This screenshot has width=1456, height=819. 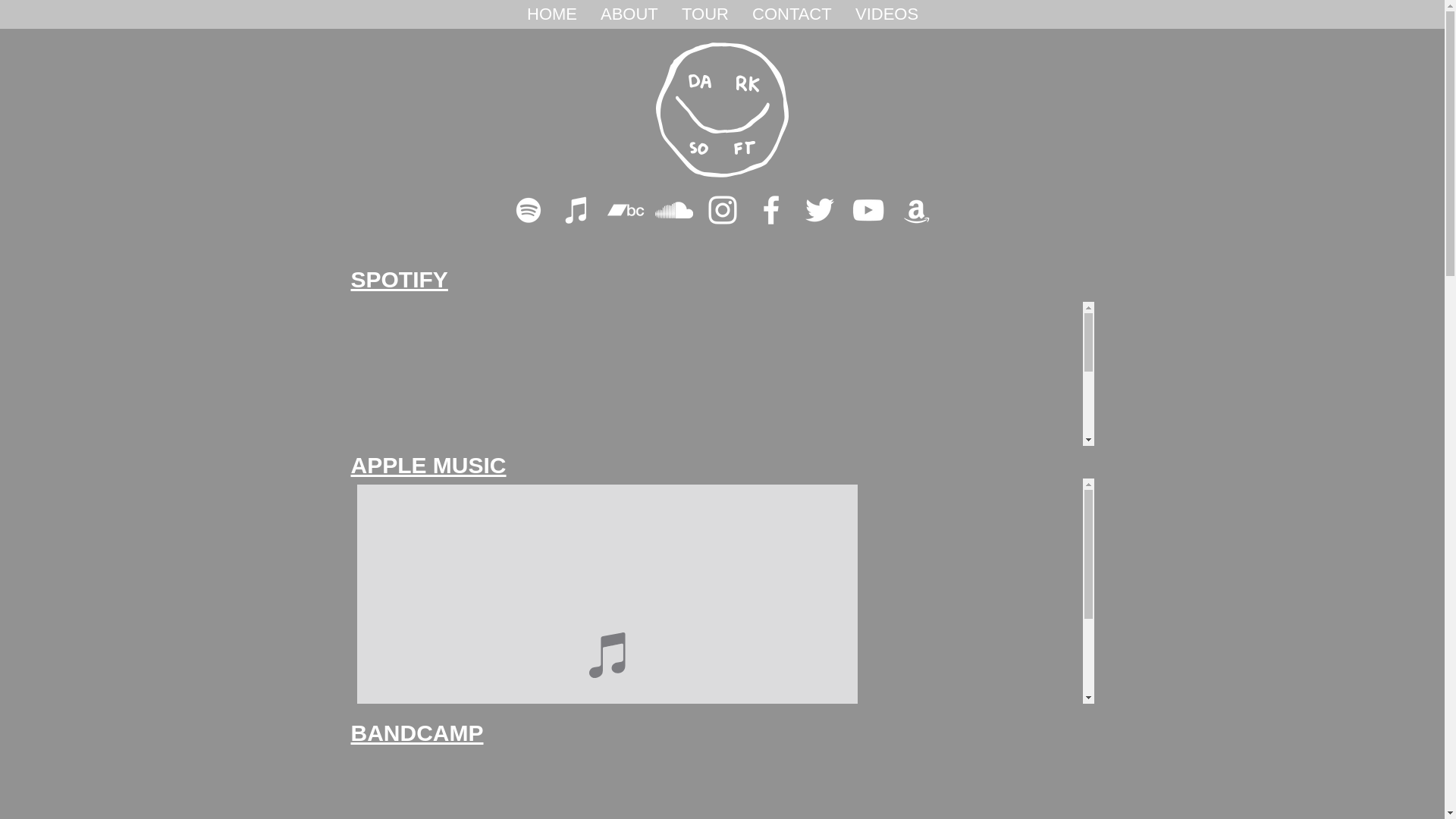 What do you see at coordinates (399, 279) in the screenshot?
I see `'SPOTIFY'` at bounding box center [399, 279].